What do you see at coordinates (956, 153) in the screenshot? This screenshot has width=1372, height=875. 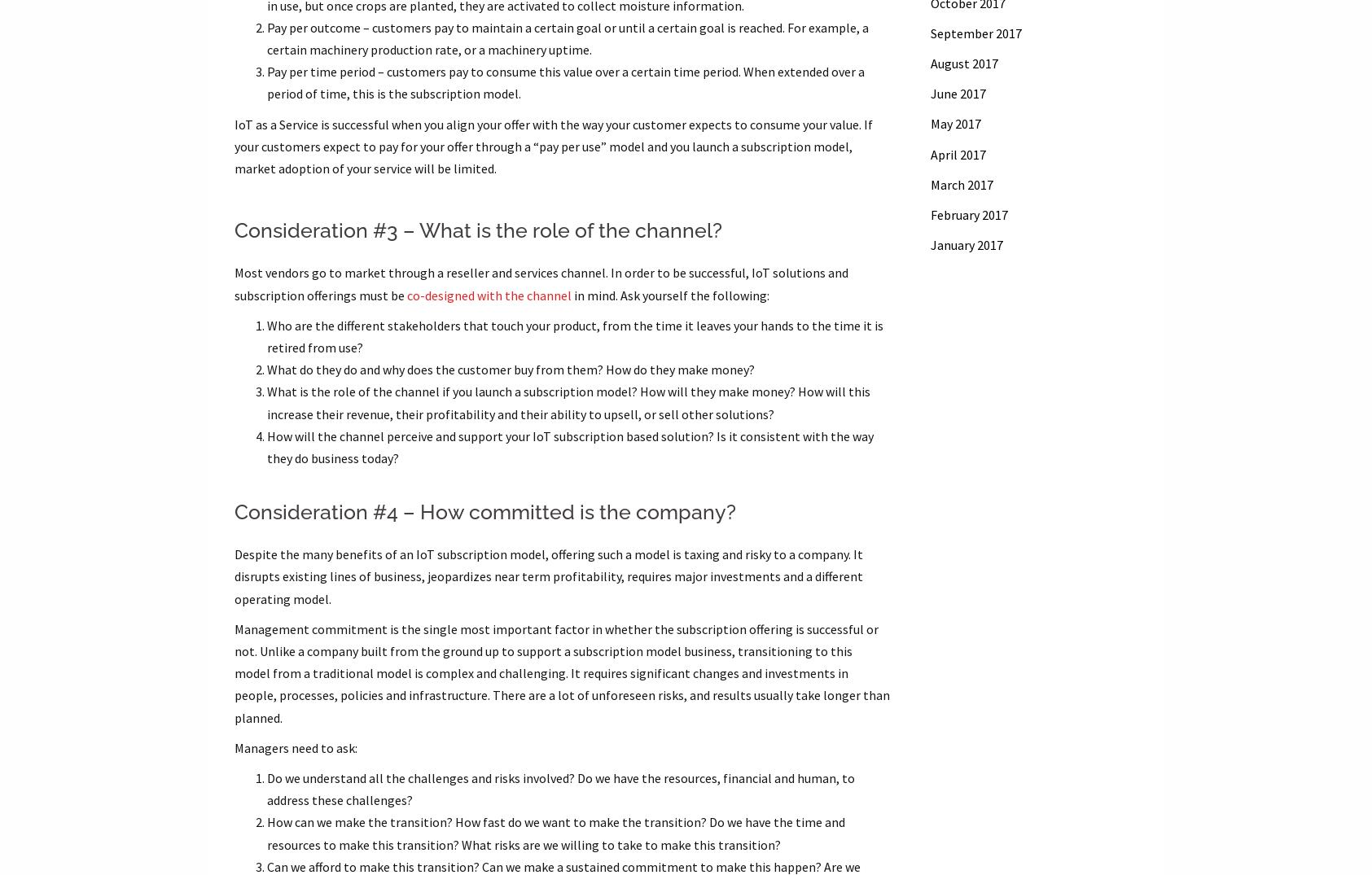 I see `'April 2017'` at bounding box center [956, 153].